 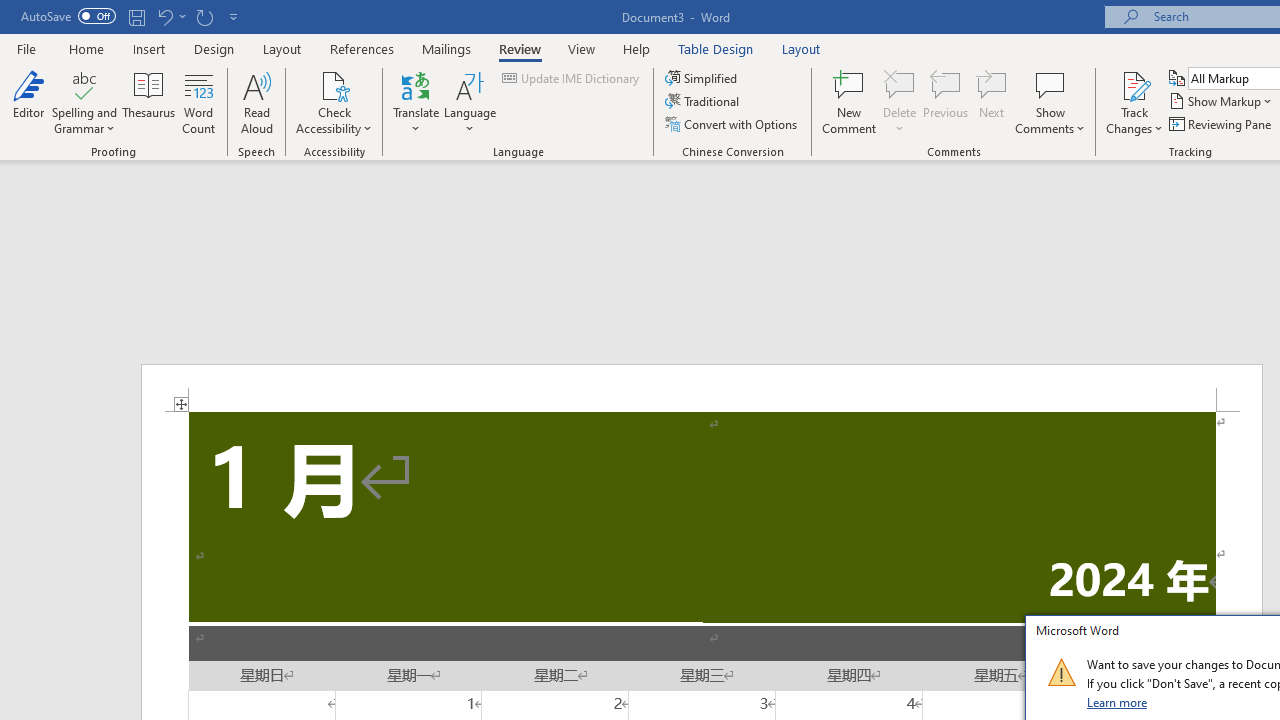 I want to click on 'Word Count', so click(x=199, y=103).